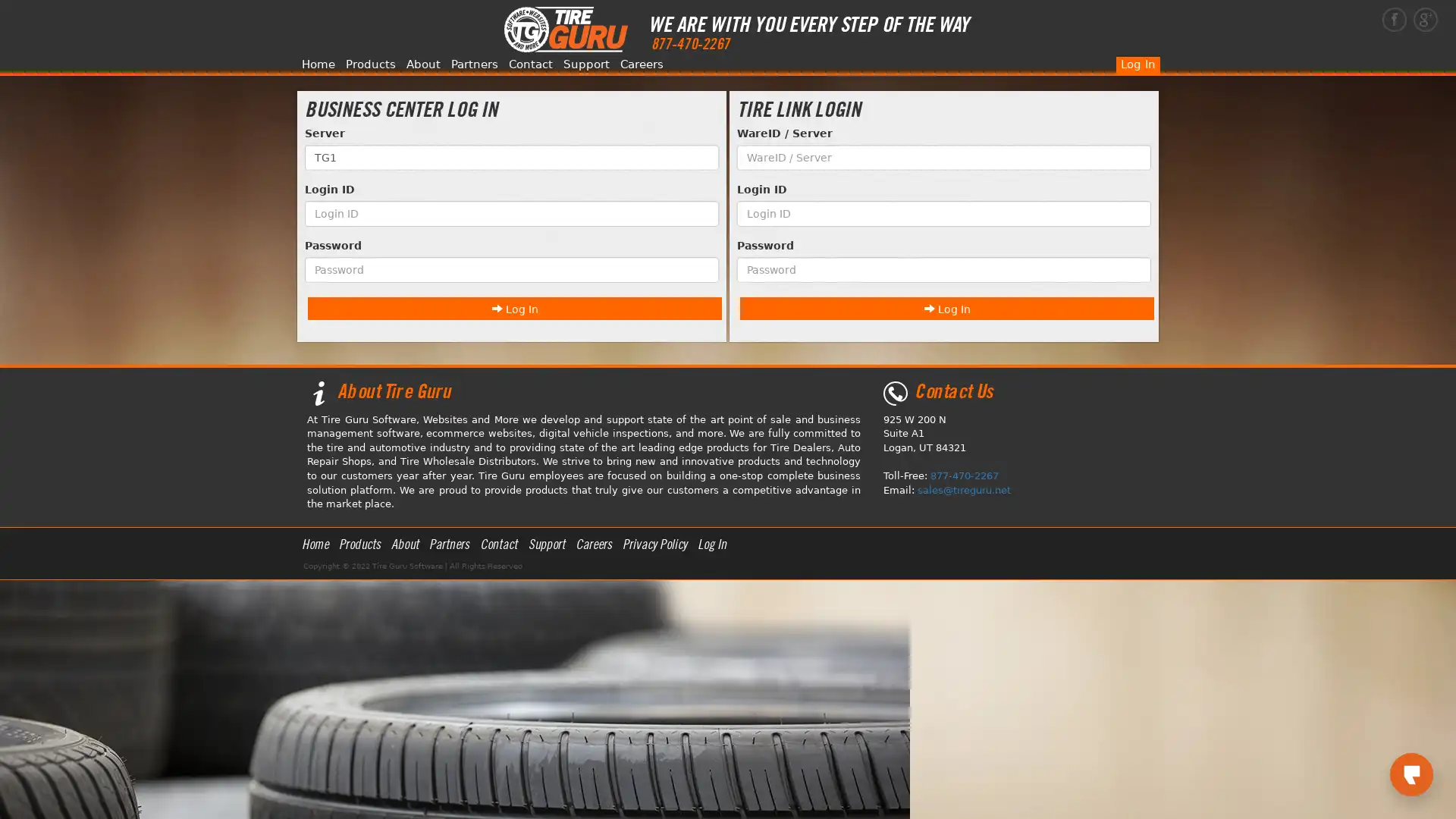 This screenshot has width=1456, height=819. Describe the element at coordinates (514, 307) in the screenshot. I see `Log In` at that location.